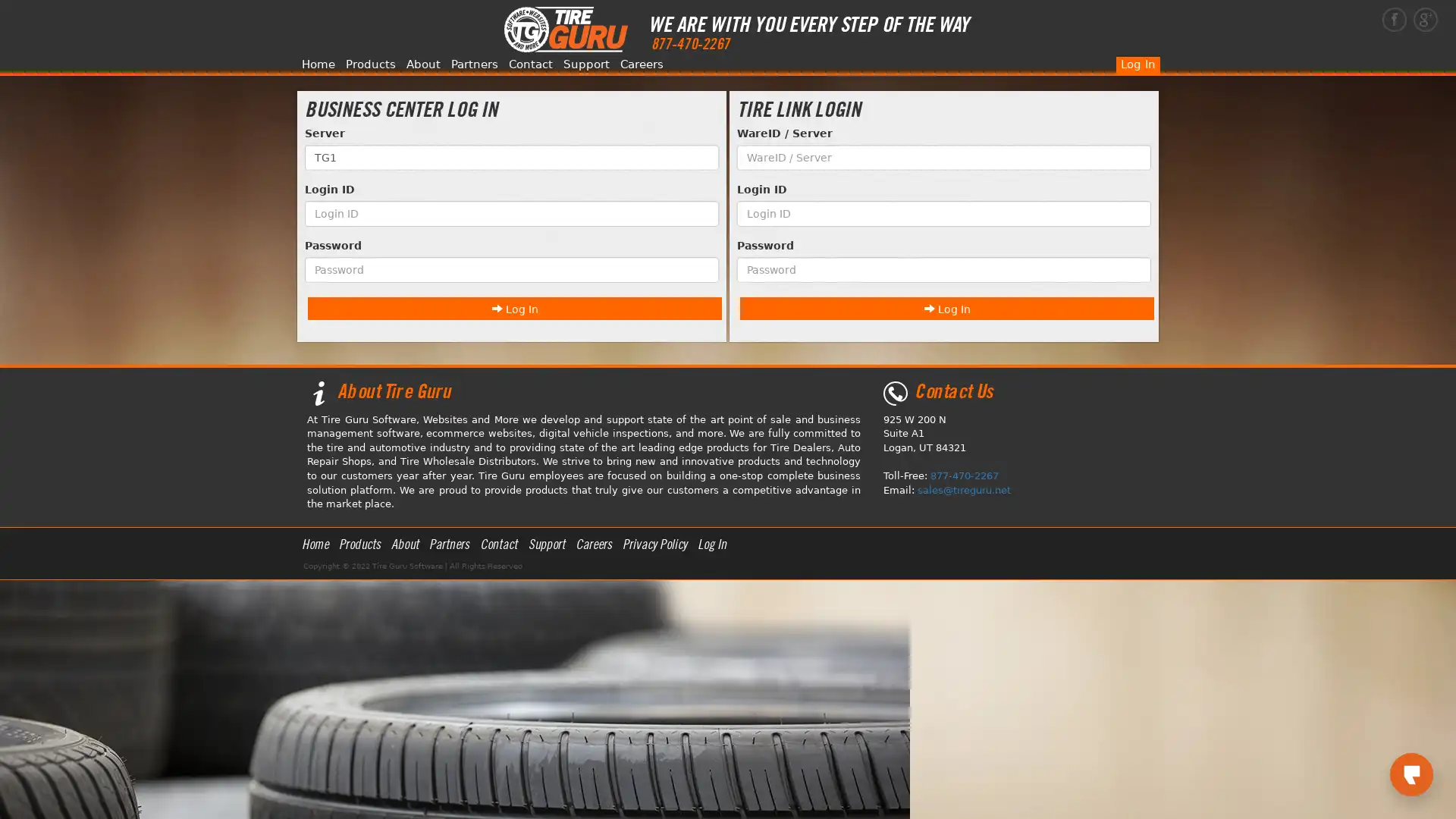 This screenshot has width=1456, height=819. Describe the element at coordinates (514, 307) in the screenshot. I see `Log In` at that location.